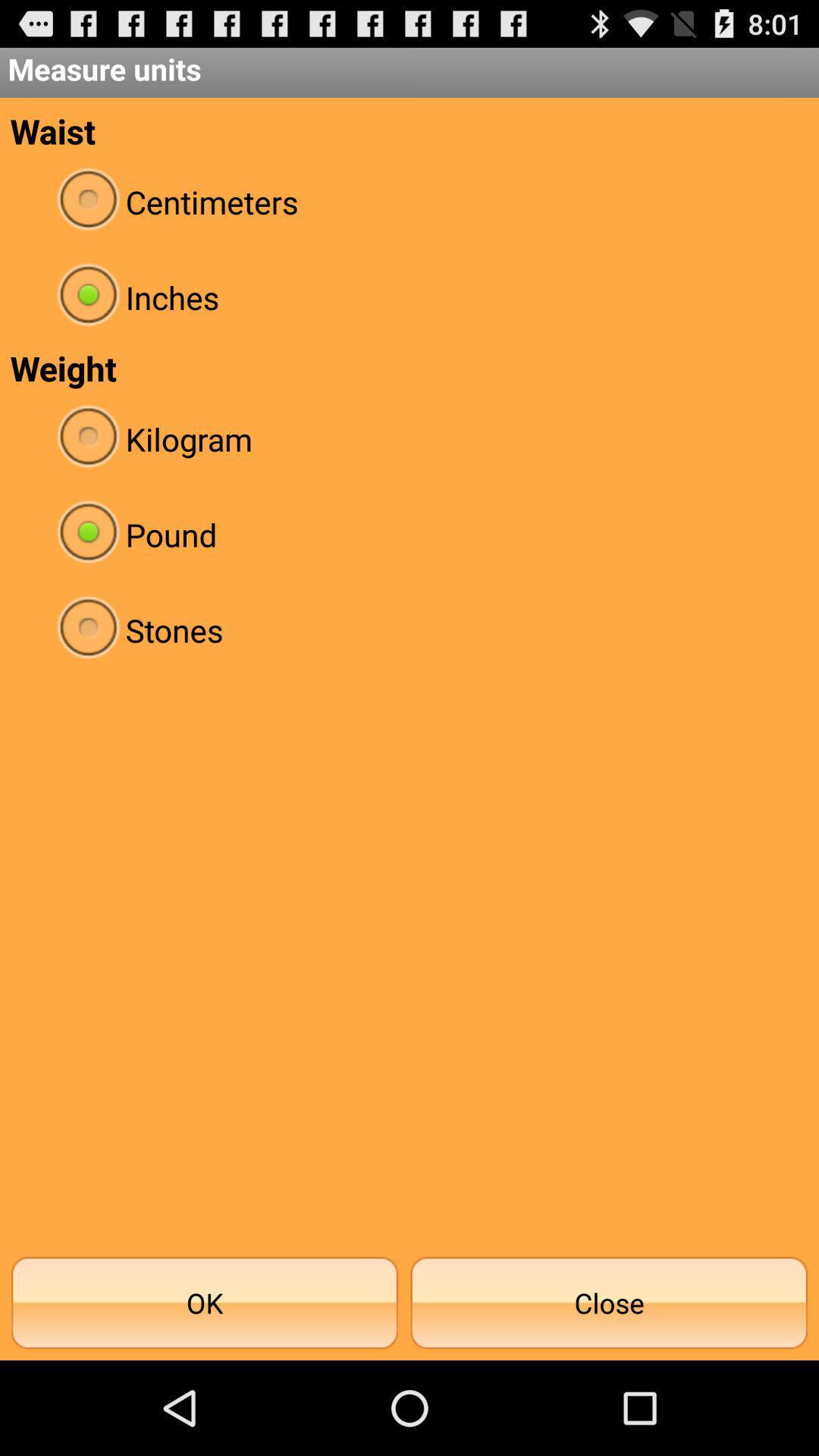 Image resolution: width=819 pixels, height=1456 pixels. What do you see at coordinates (608, 1302) in the screenshot?
I see `icon to the right of the ok icon` at bounding box center [608, 1302].